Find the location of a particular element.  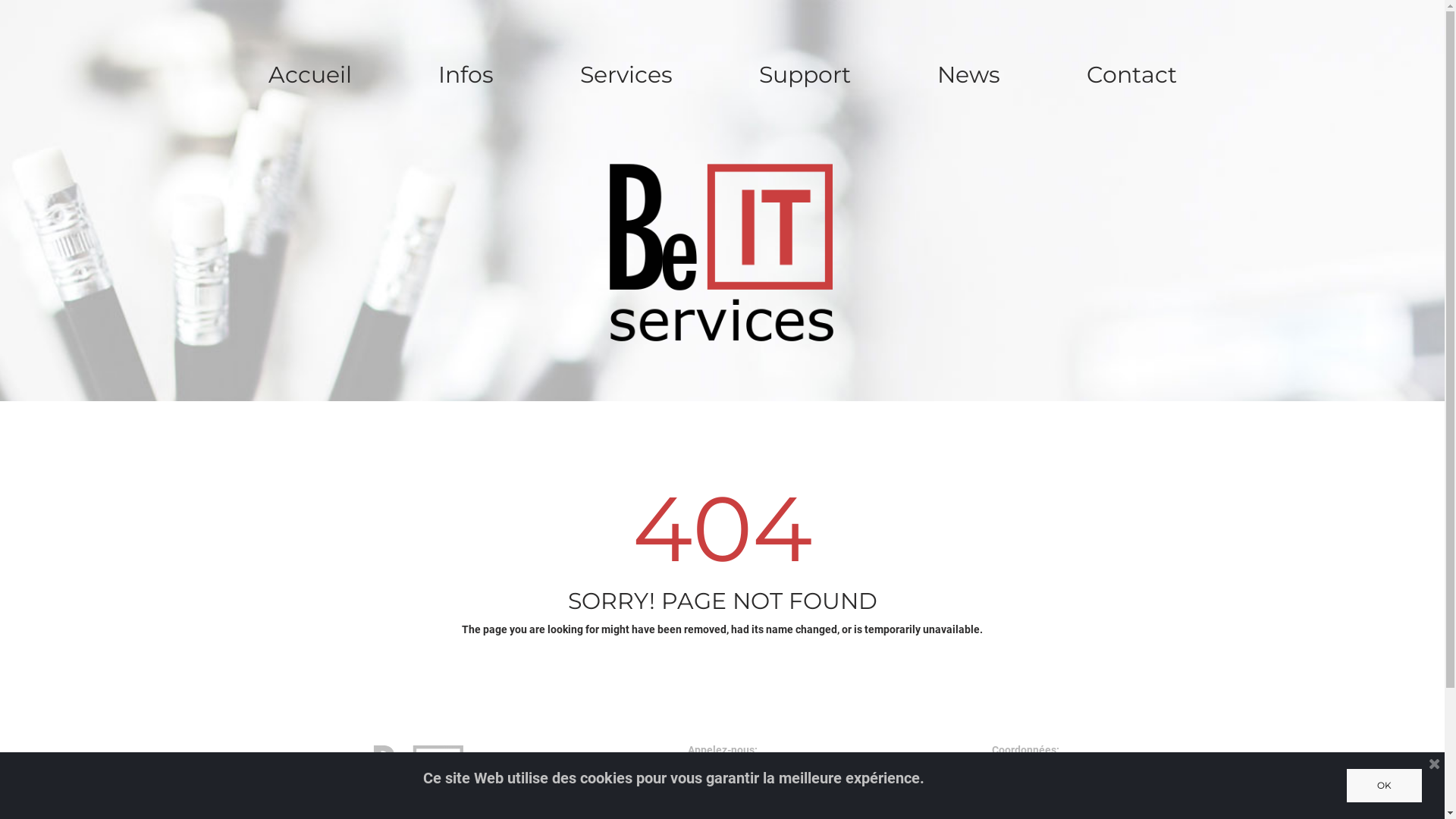

'+32 (0) 479 11 20 60' is located at coordinates (721, 801).